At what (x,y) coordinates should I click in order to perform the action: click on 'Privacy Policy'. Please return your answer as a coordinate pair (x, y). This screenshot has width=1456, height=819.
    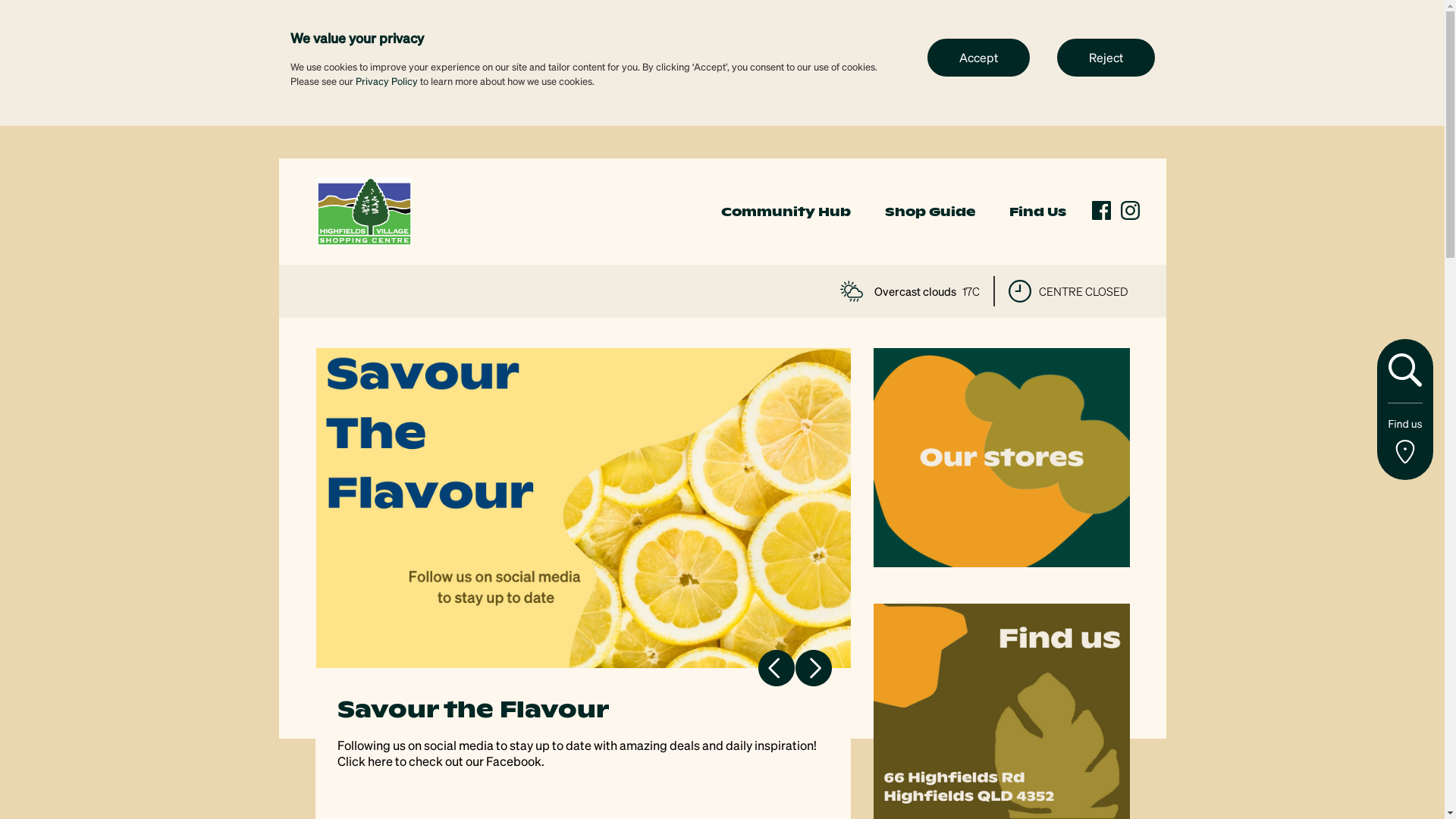
    Looking at the image, I should click on (353, 80).